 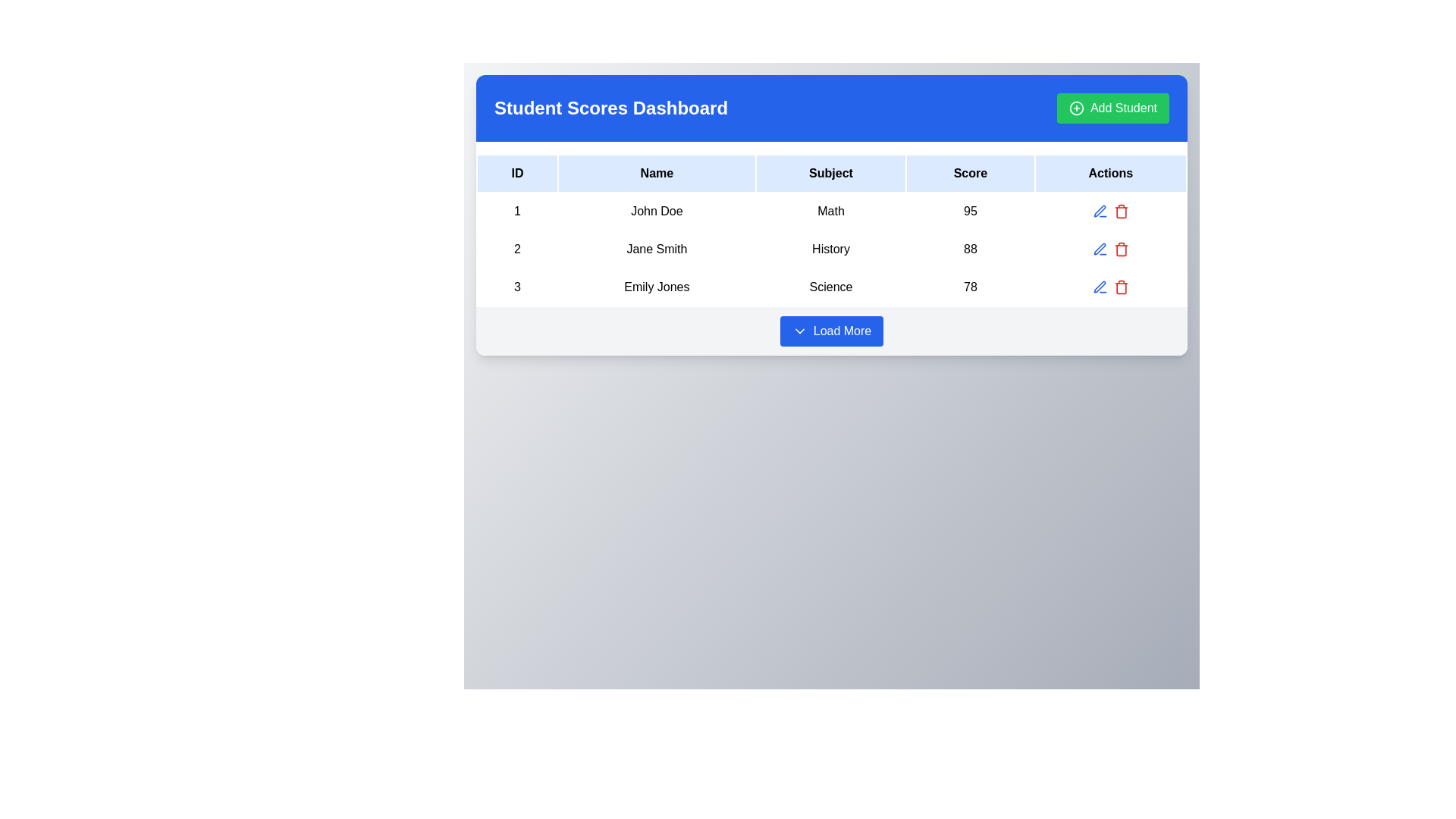 I want to click on the table row containing student 'Jane Smith' with ID '2', subject 'History', and score '88', so click(x=831, y=248).